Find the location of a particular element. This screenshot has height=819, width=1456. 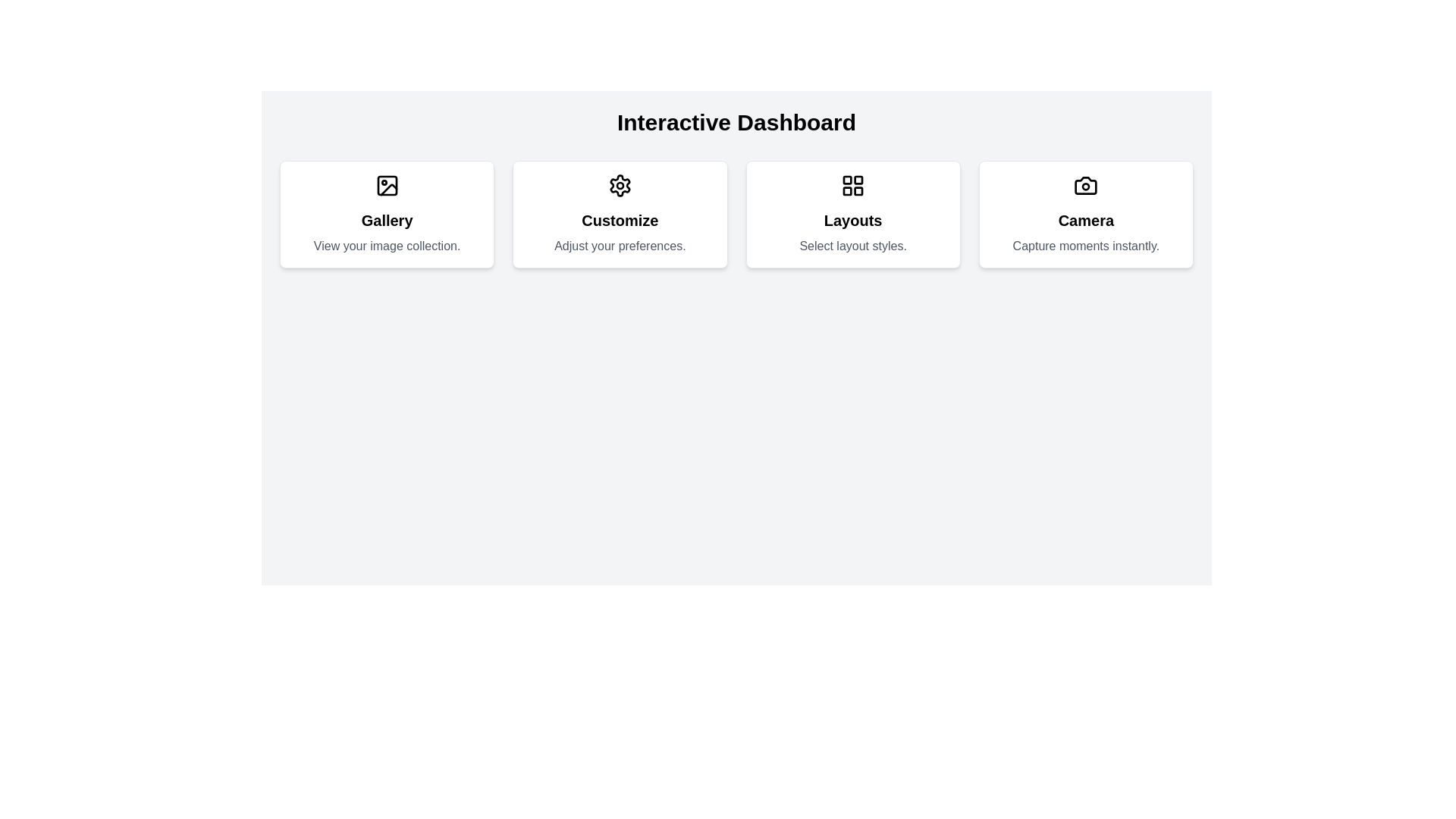

the 'Layouts' icon is located at coordinates (852, 185).